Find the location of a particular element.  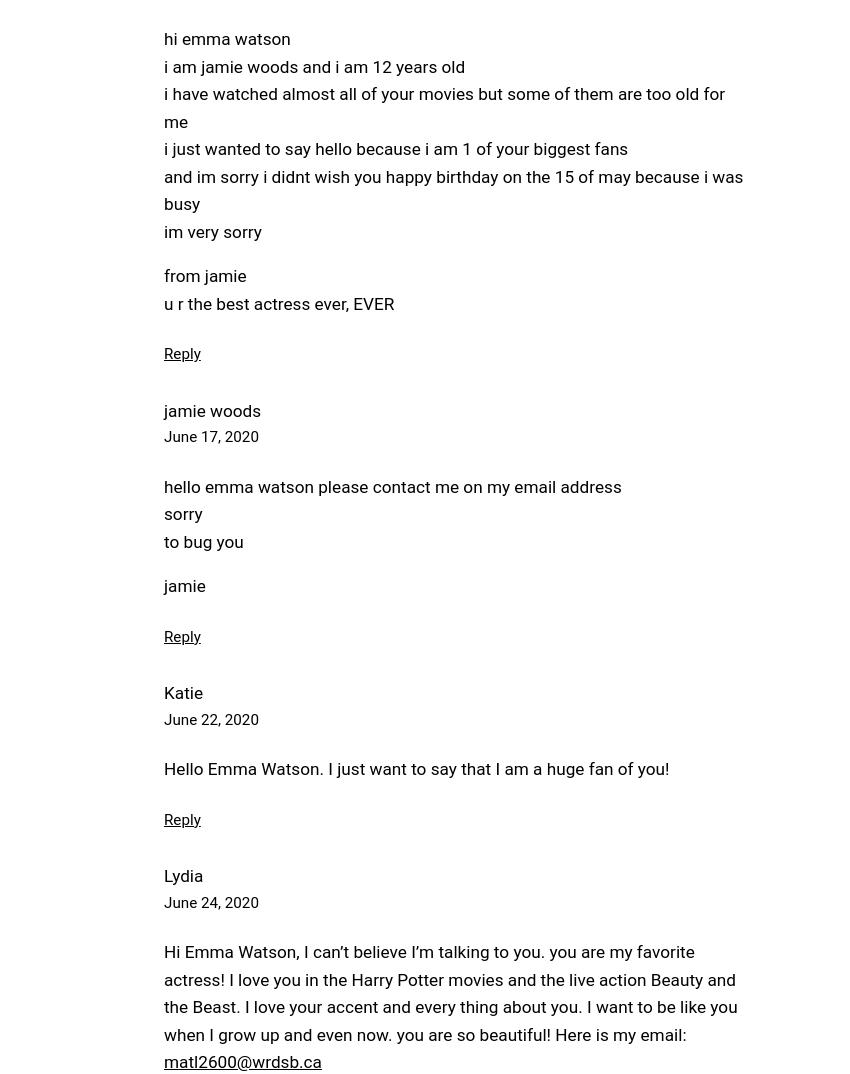

'Hi Emma Watson, I can’t believe I’m talking to you. you are my favorite actress! I love you in the Harry Potter movies and the live action Beauty and the Beast. I love your accent and every thing about you. I want to be like you when I grow up and even now. you are so beautiful! Here is my email:' is located at coordinates (449, 992).